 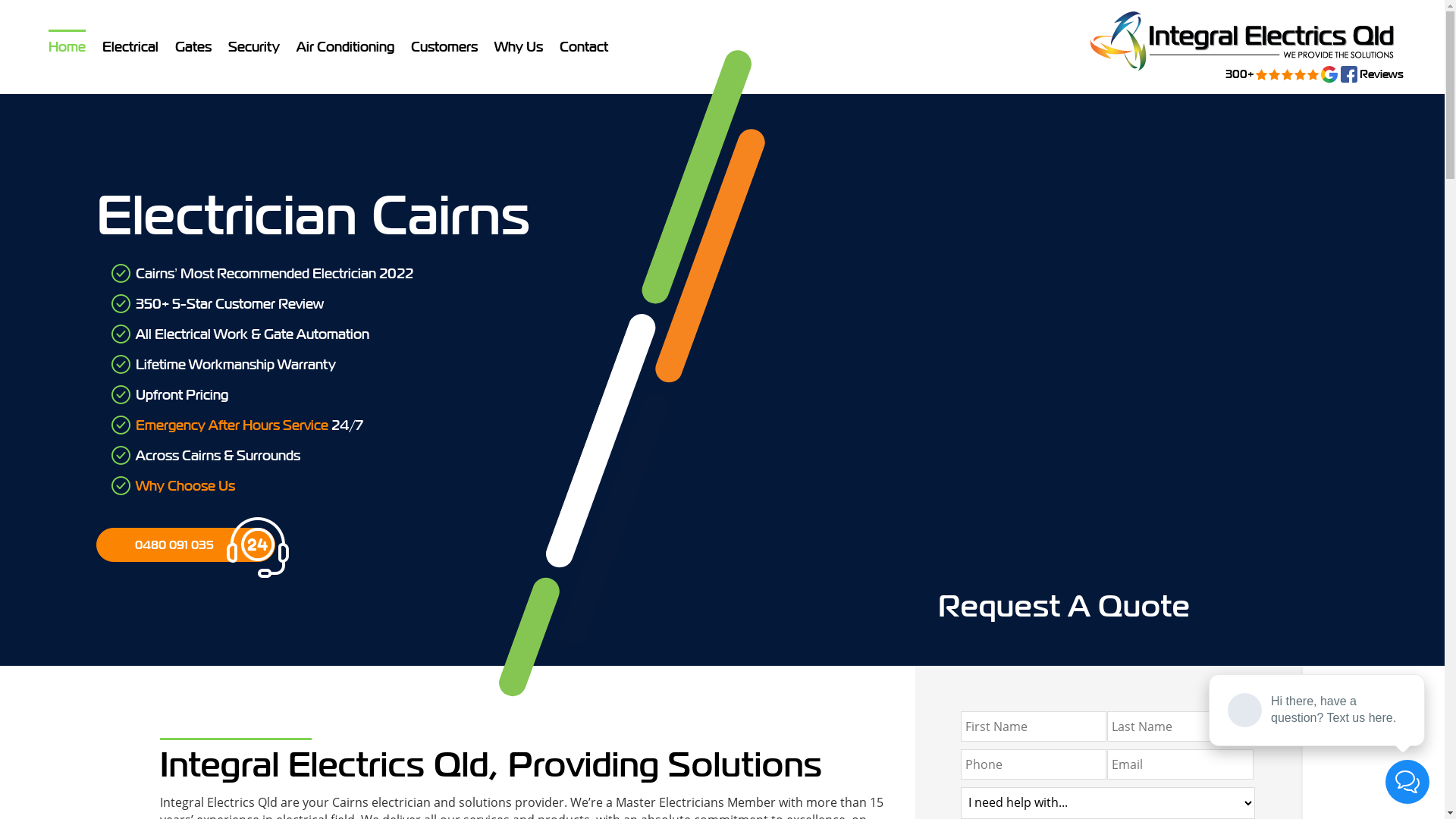 I want to click on 'Emergency After Hours Service', so click(x=231, y=425).